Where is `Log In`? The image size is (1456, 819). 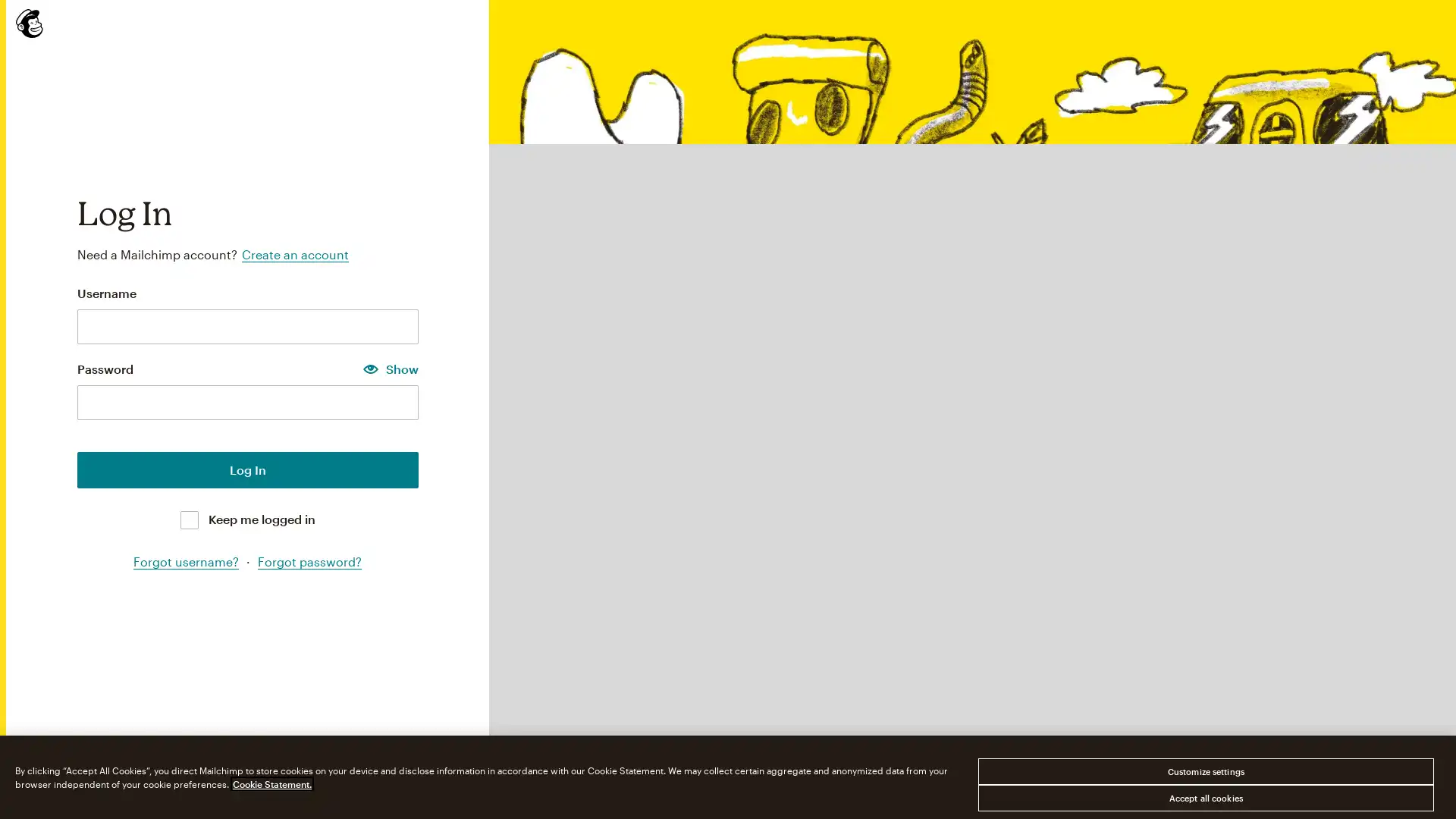 Log In is located at coordinates (247, 468).